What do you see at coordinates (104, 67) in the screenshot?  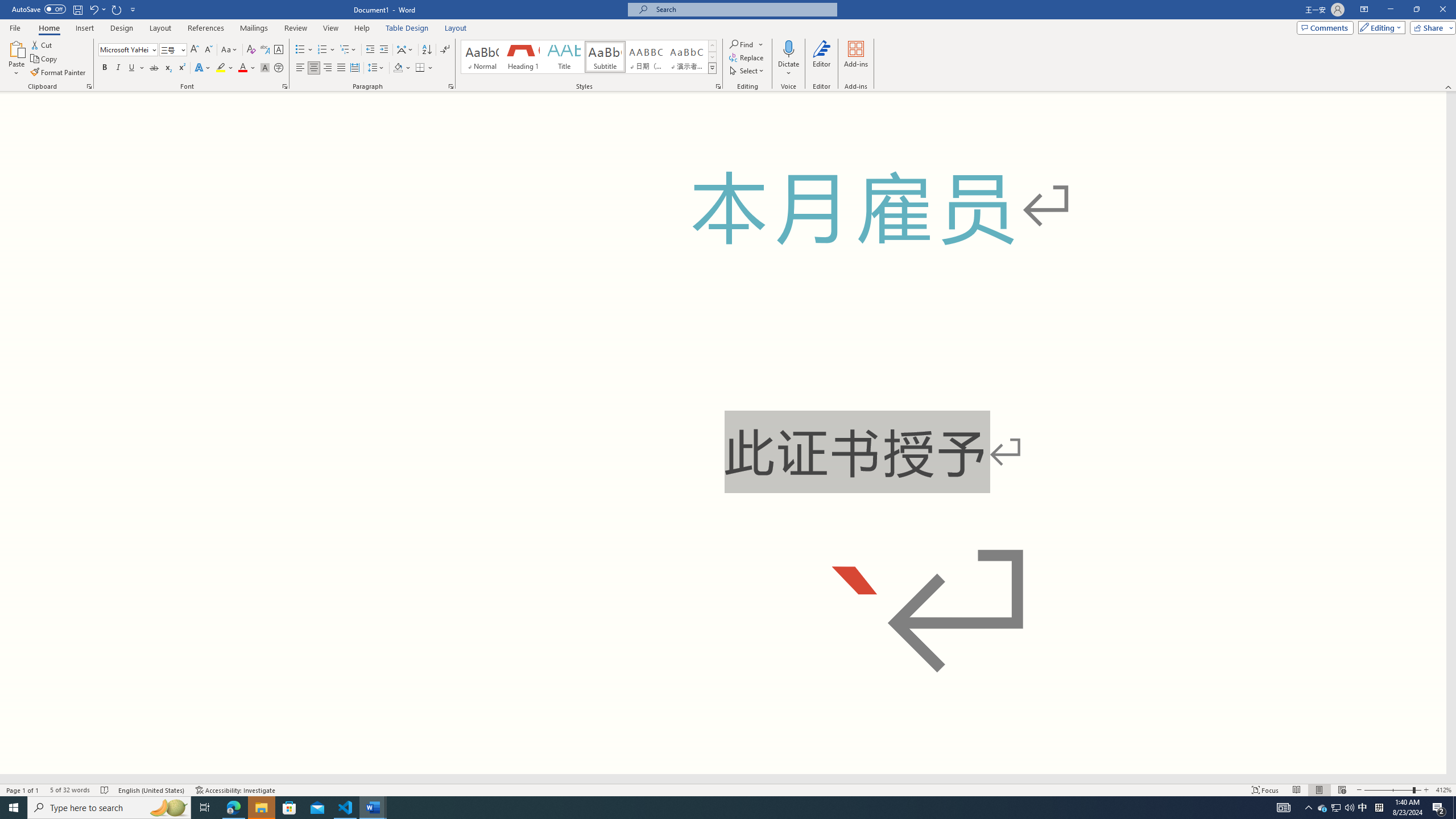 I see `'Bold'` at bounding box center [104, 67].